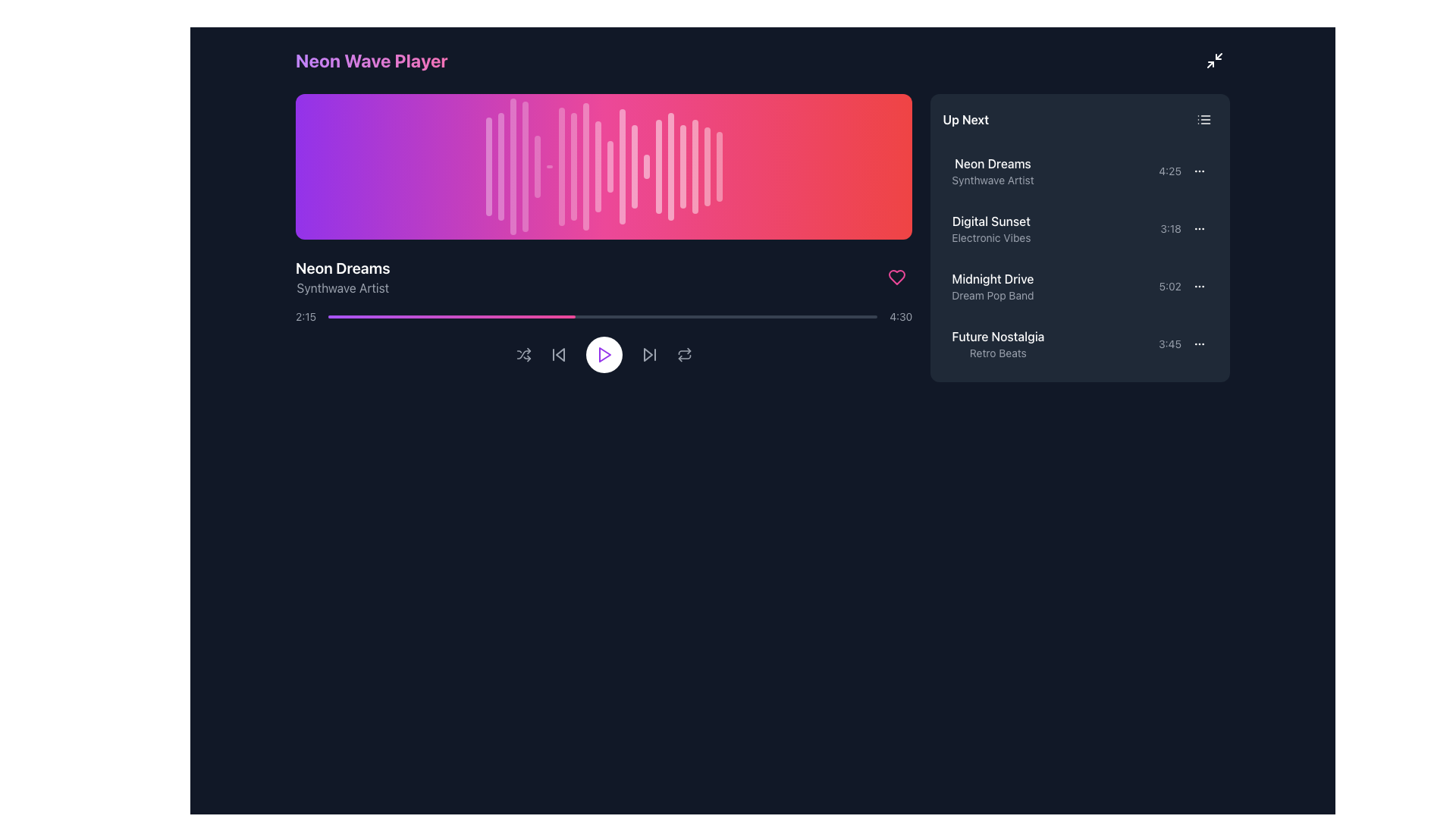 The width and height of the screenshot is (1456, 819). I want to click on the playlist entry text element labeled 'Future Nostalgia' with the artist 'Retro Beats', so click(998, 344).